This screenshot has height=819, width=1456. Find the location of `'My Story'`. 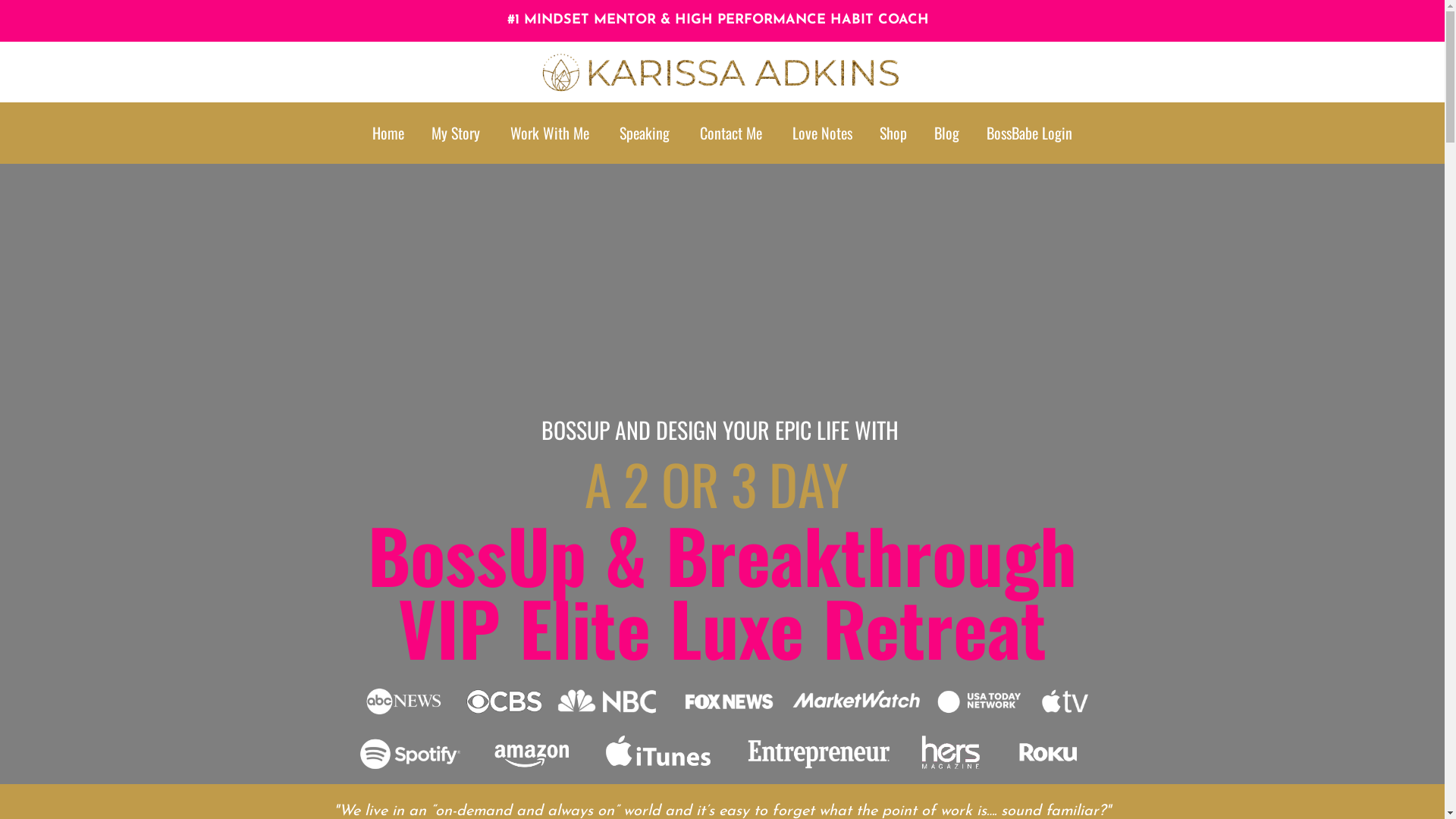

'My Story' is located at coordinates (431, 132).